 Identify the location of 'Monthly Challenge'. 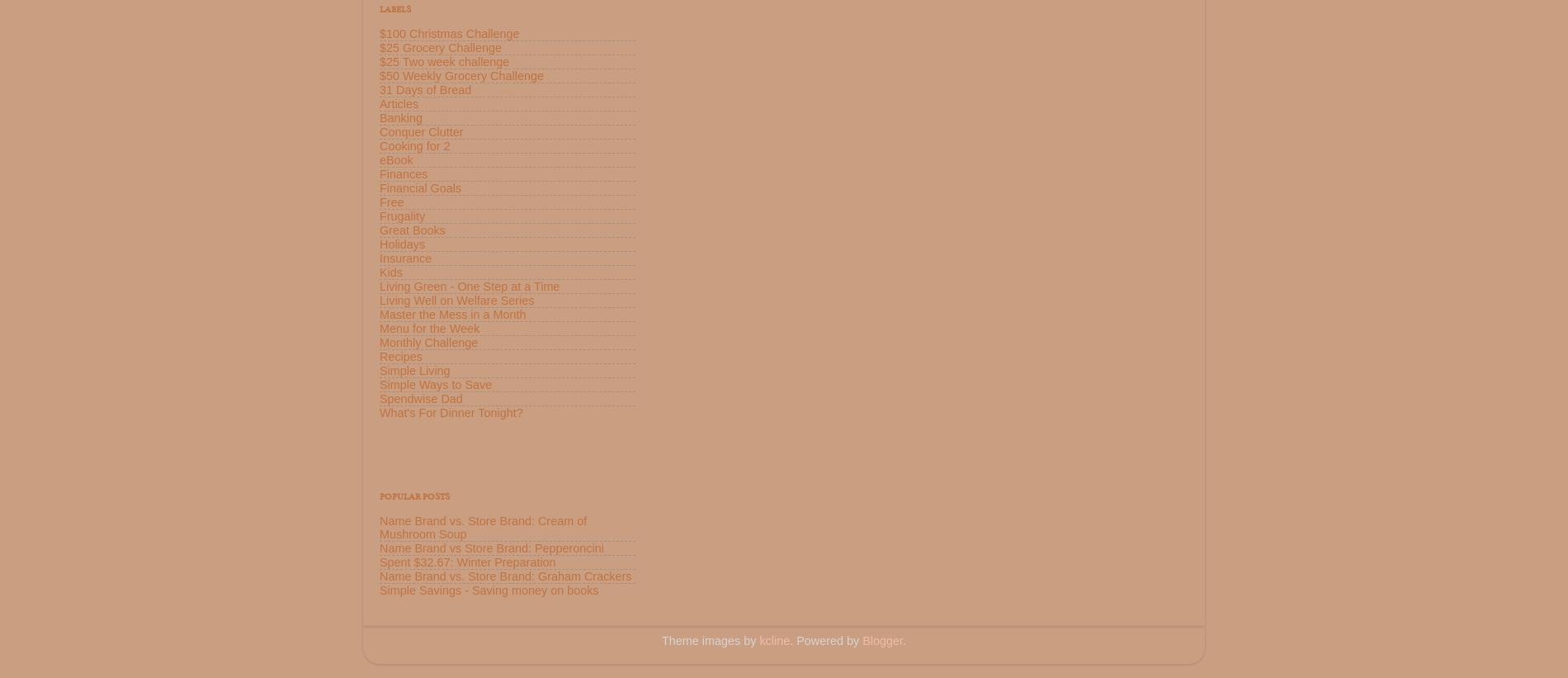
(428, 342).